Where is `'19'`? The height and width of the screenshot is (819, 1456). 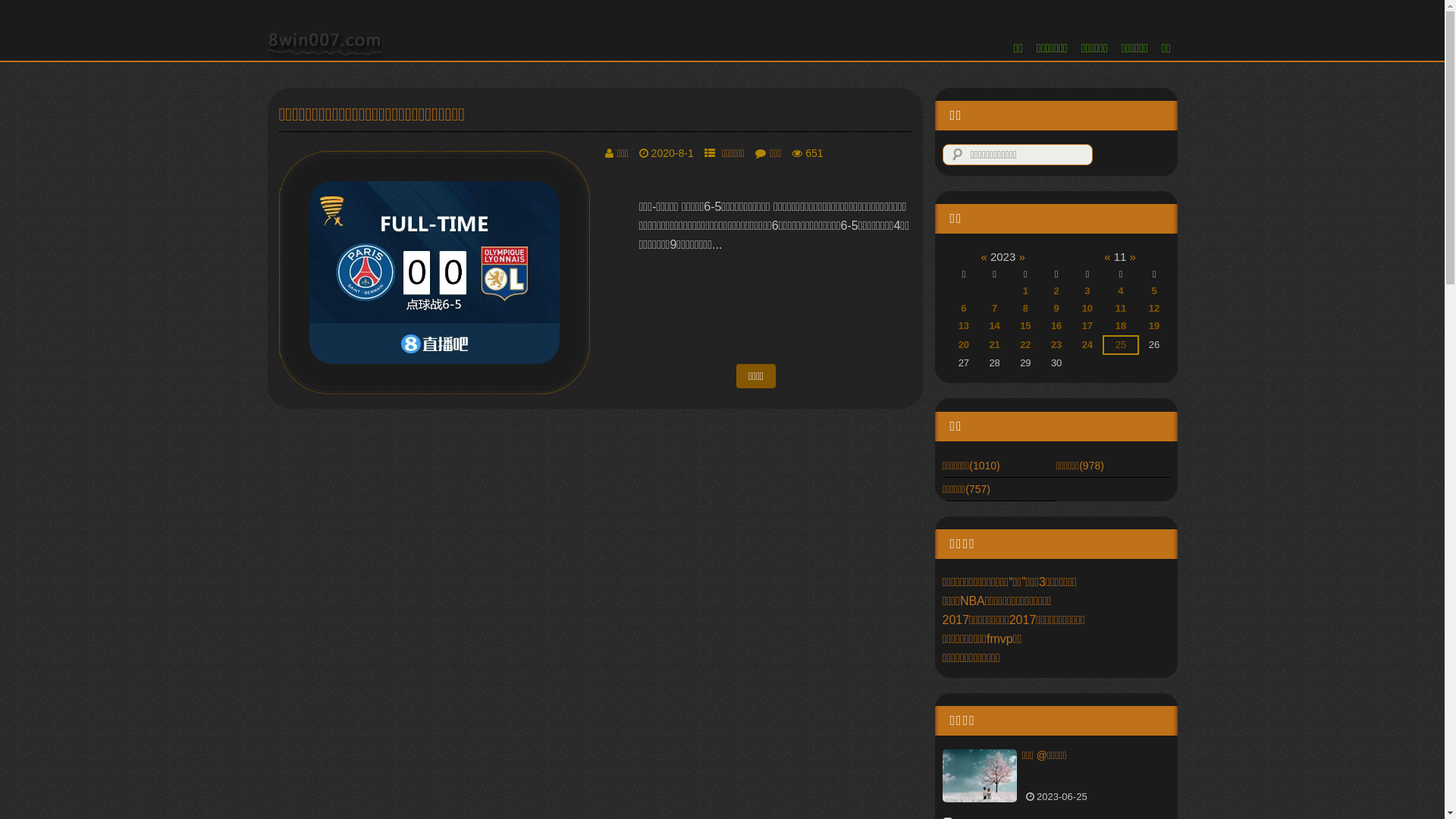 '19' is located at coordinates (1153, 325).